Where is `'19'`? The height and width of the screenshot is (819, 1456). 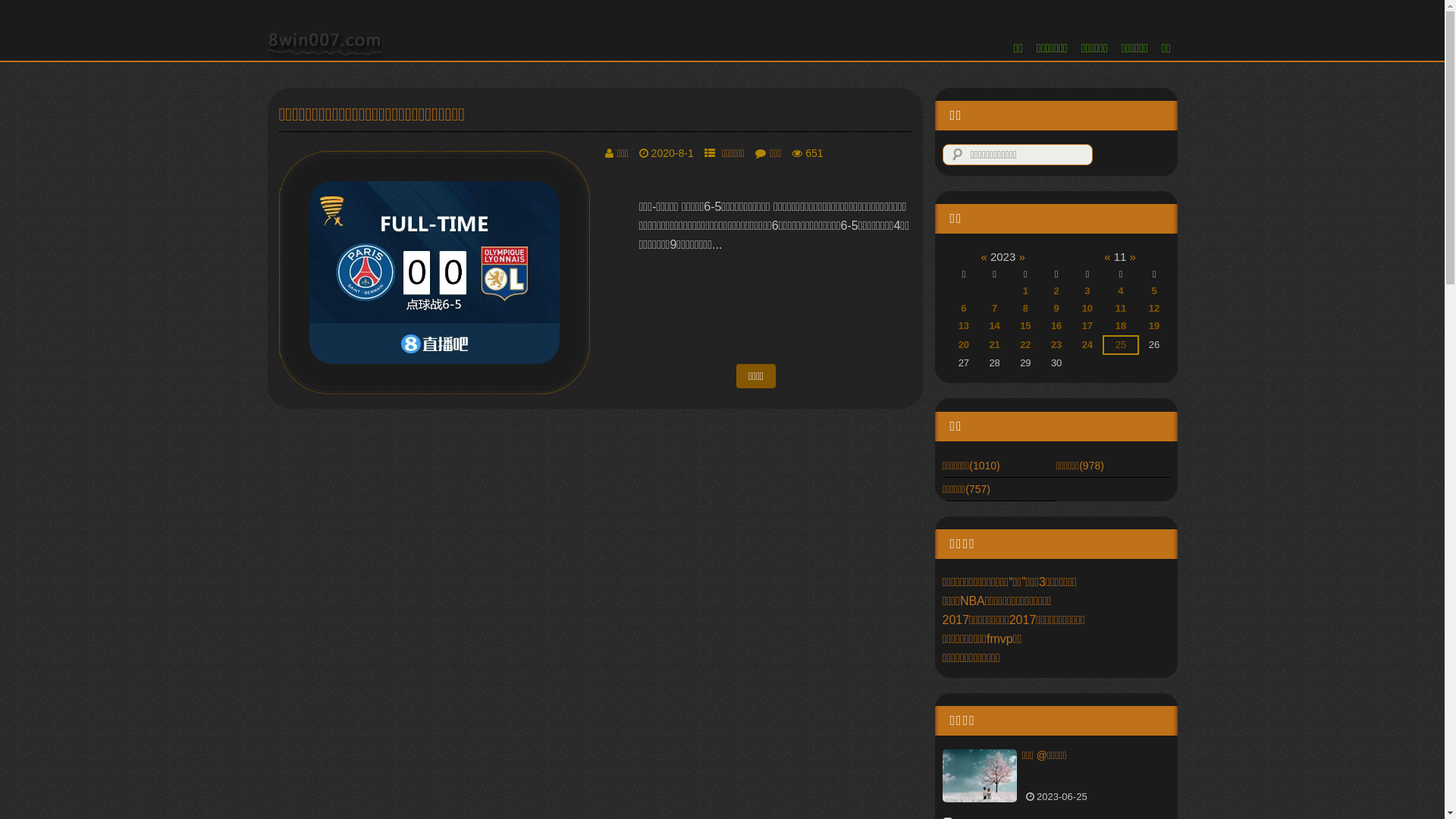 '19' is located at coordinates (1153, 325).